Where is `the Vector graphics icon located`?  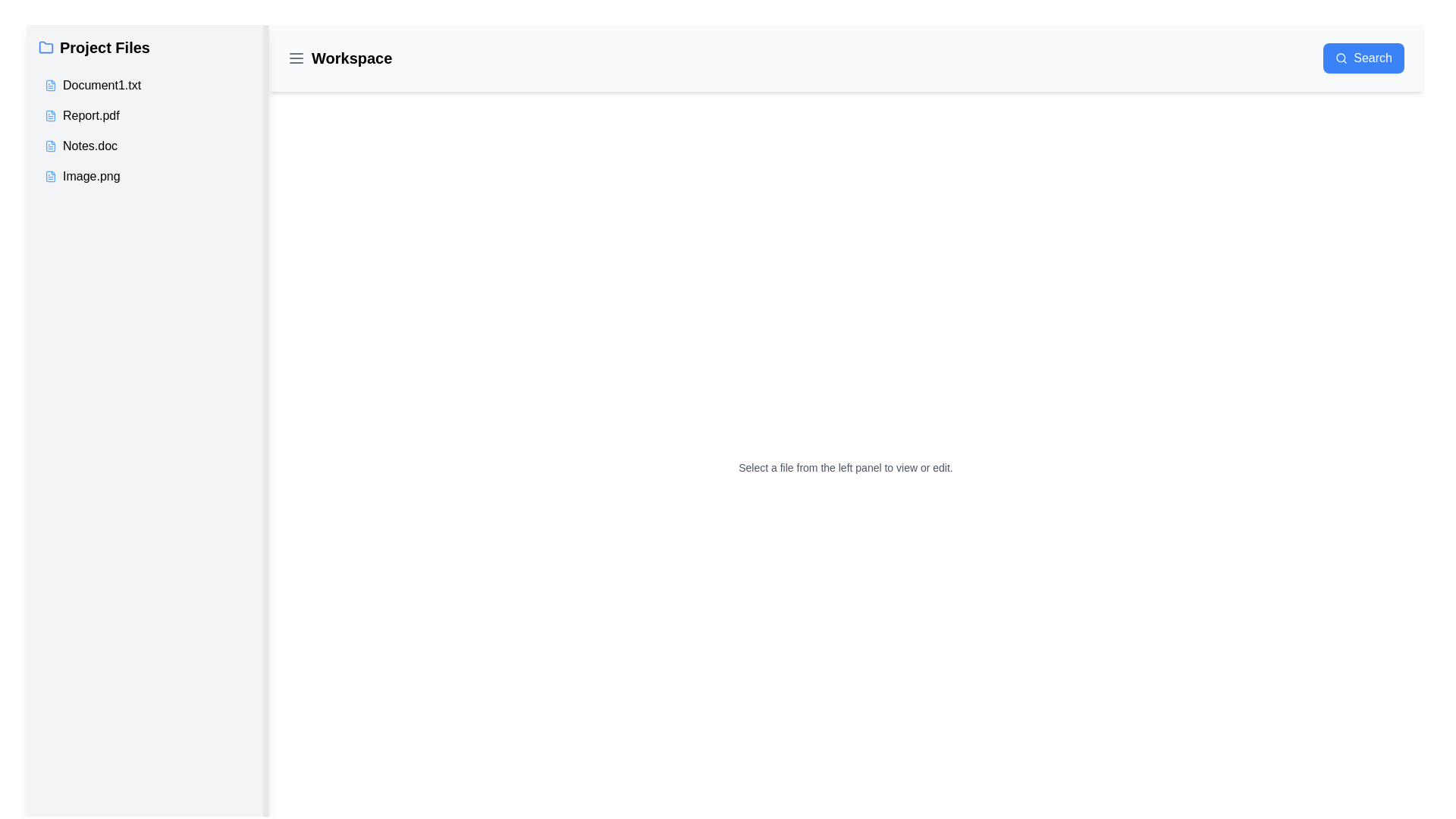 the Vector graphics icon located is located at coordinates (51, 175).